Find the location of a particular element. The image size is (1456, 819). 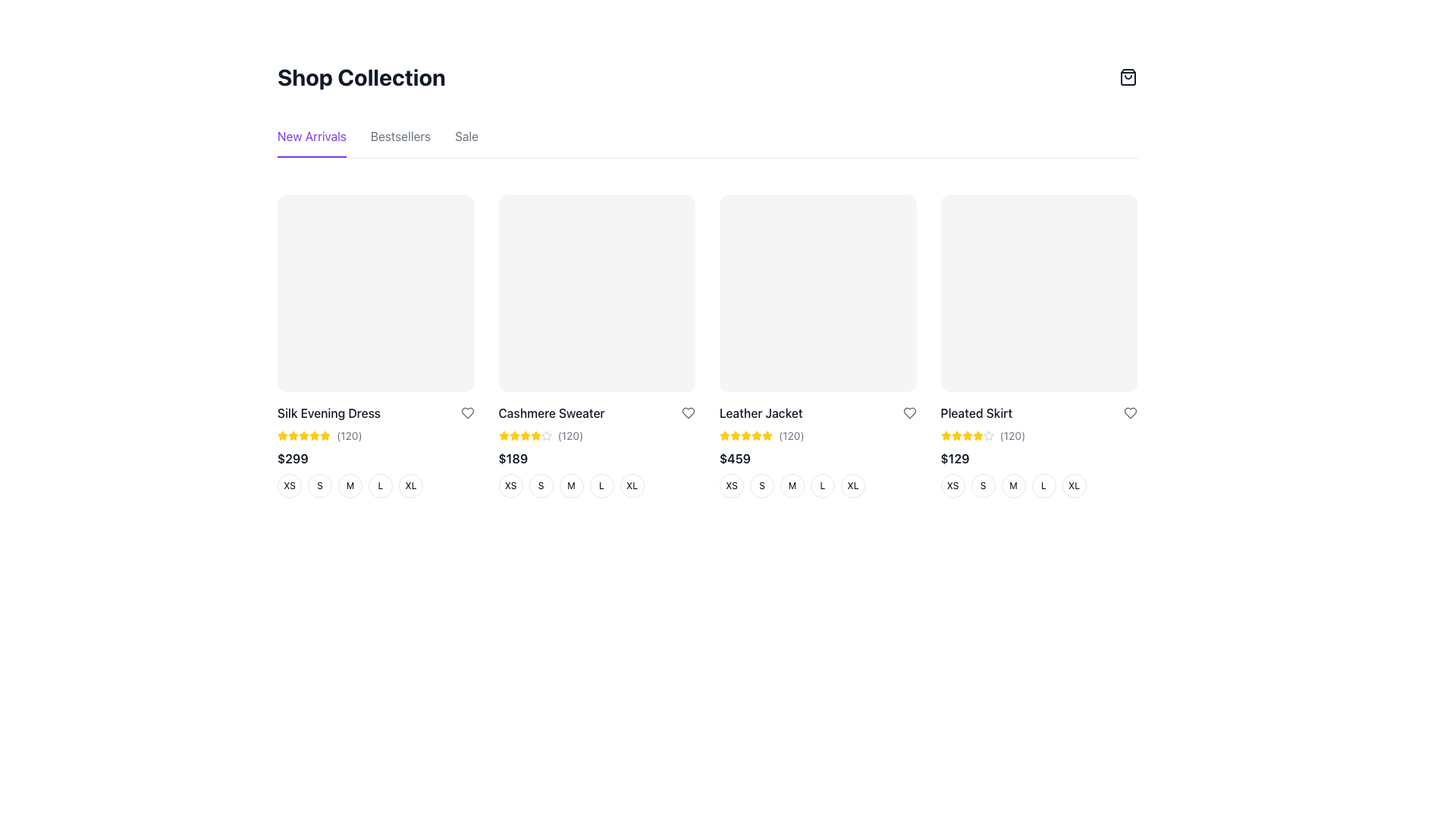

the price information text element displaying $129, which is located in the fourth product card below the title 'Pleated Skirt' and above the size selection buttons is located at coordinates (954, 457).